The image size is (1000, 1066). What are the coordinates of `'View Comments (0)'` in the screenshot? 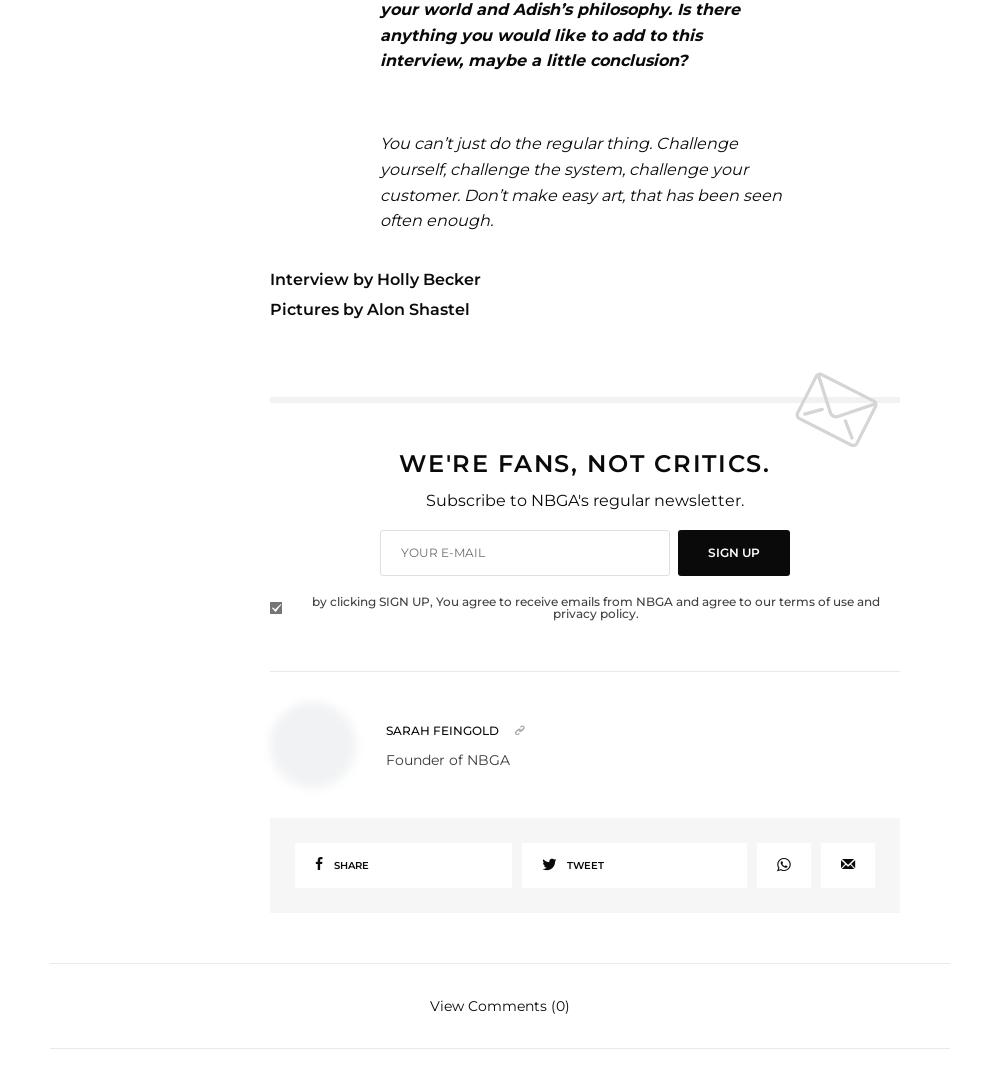 It's located at (500, 1005).